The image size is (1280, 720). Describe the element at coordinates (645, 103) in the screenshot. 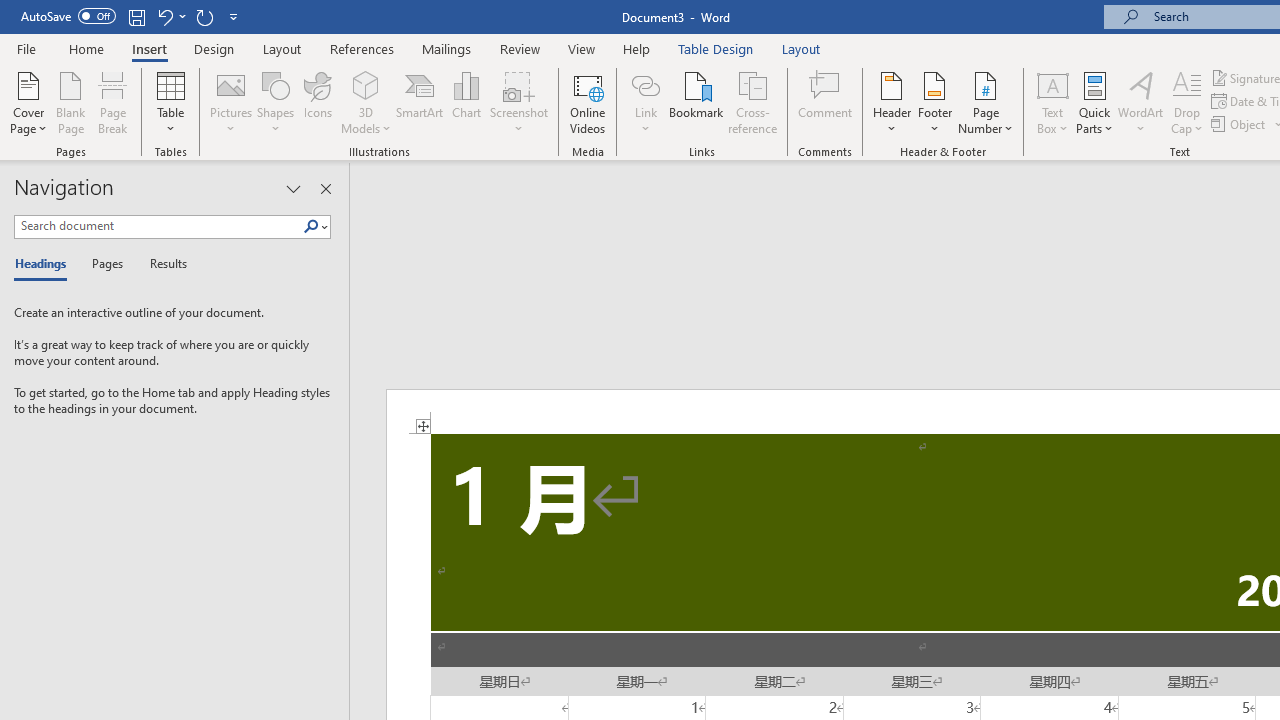

I see `'Link'` at that location.